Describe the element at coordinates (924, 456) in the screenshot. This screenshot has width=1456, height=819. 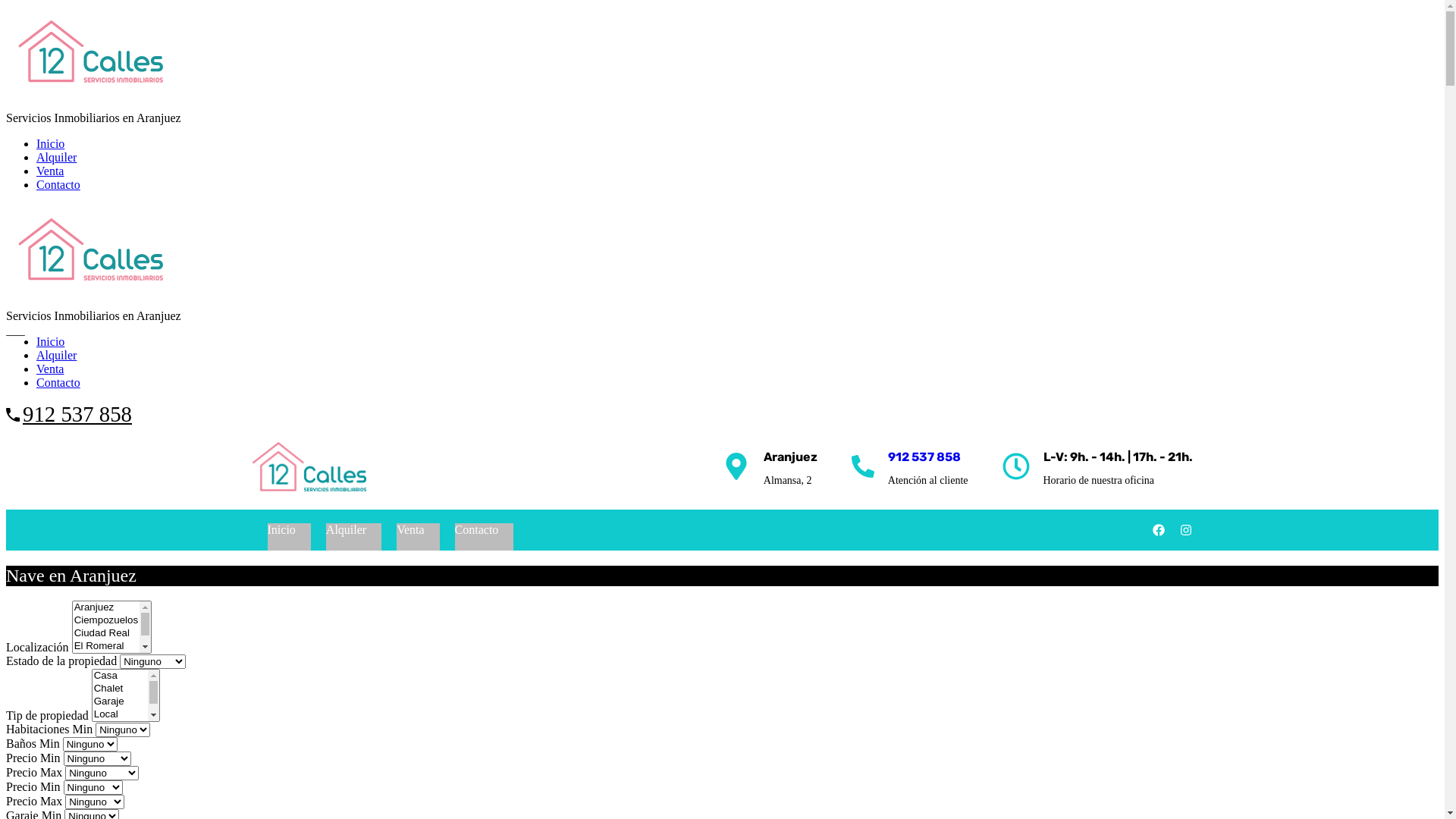
I see `'912 537 858'` at that location.